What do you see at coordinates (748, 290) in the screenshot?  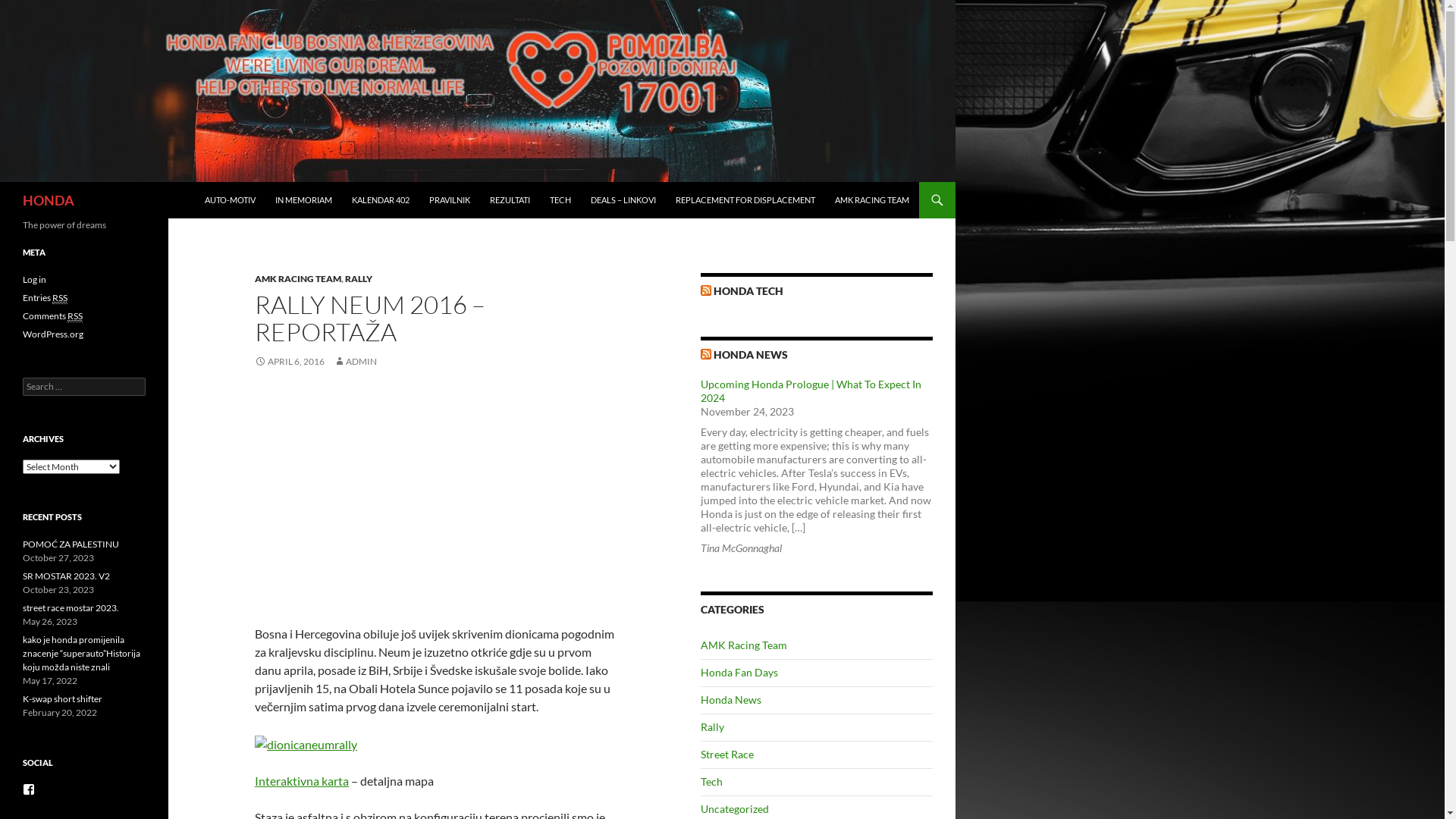 I see `'HONDA TECH'` at bounding box center [748, 290].